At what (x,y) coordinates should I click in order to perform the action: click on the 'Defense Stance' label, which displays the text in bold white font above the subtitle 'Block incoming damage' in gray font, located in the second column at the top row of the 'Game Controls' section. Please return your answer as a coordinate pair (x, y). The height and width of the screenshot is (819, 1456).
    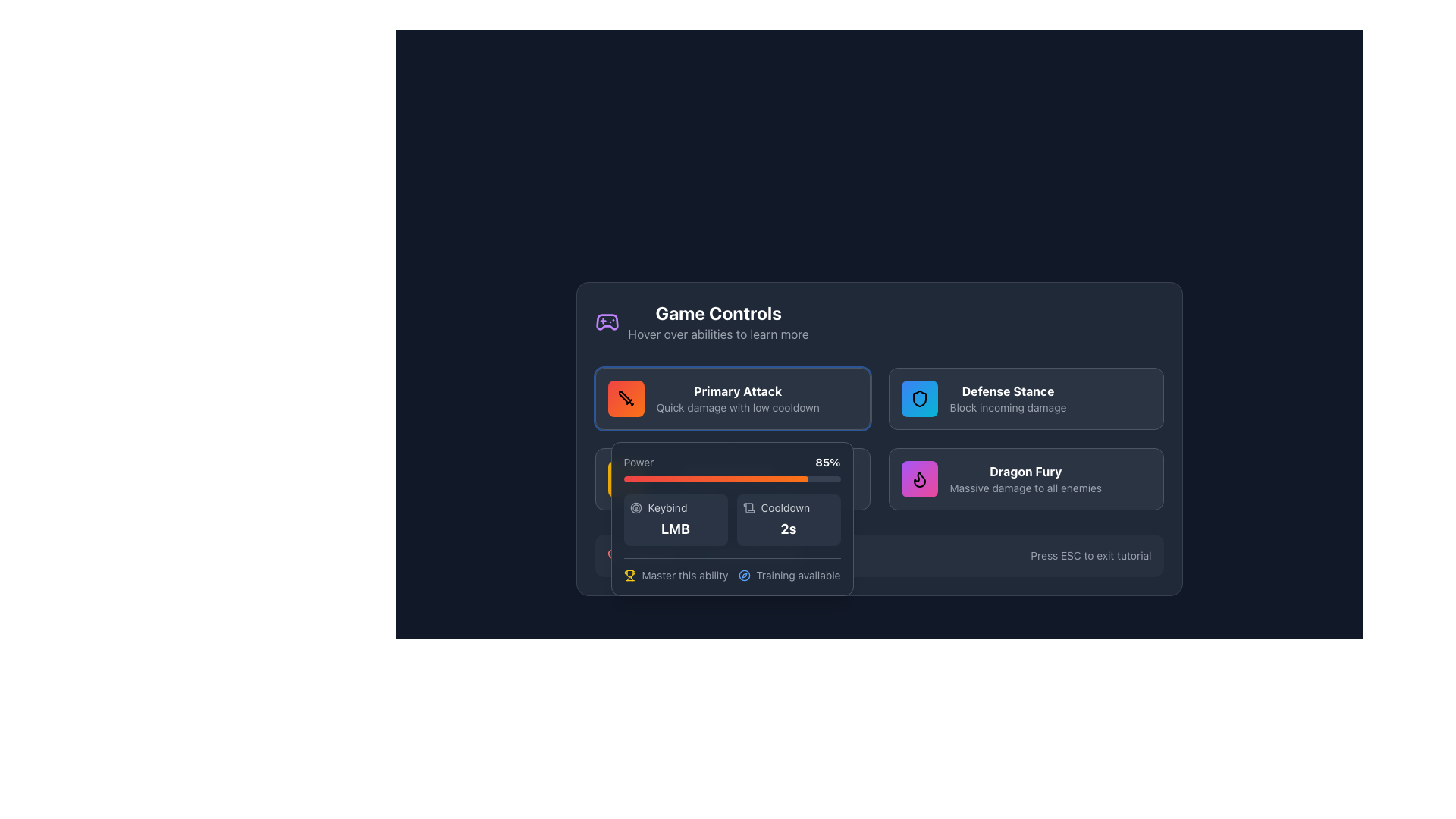
    Looking at the image, I should click on (1008, 397).